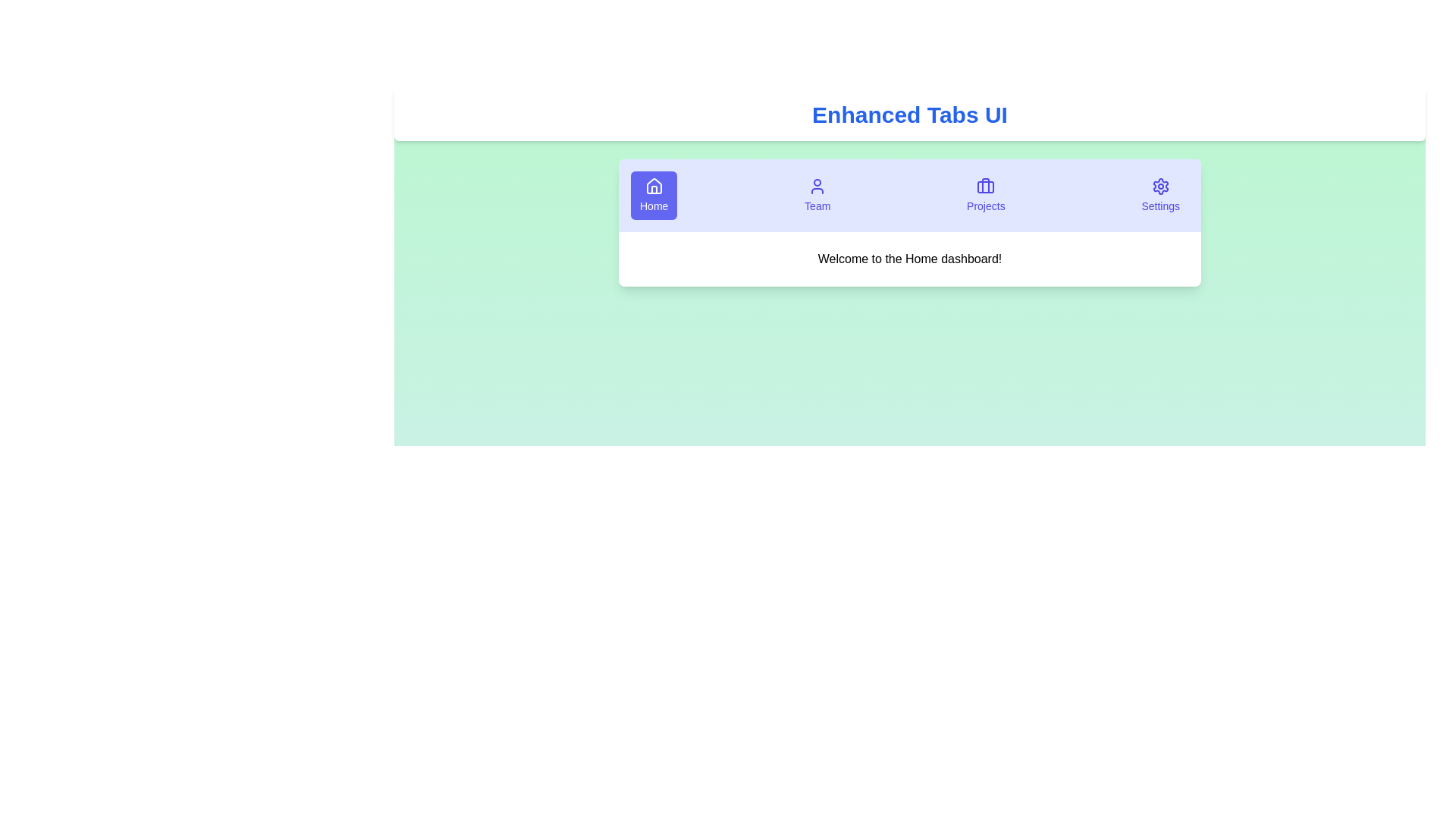 This screenshot has height=819, width=1456. Describe the element at coordinates (654, 206) in the screenshot. I see `the 'Home' text label that indicates the button leading to the Home section of the application, positioned centrally below the house icon in the navigation bar` at that location.